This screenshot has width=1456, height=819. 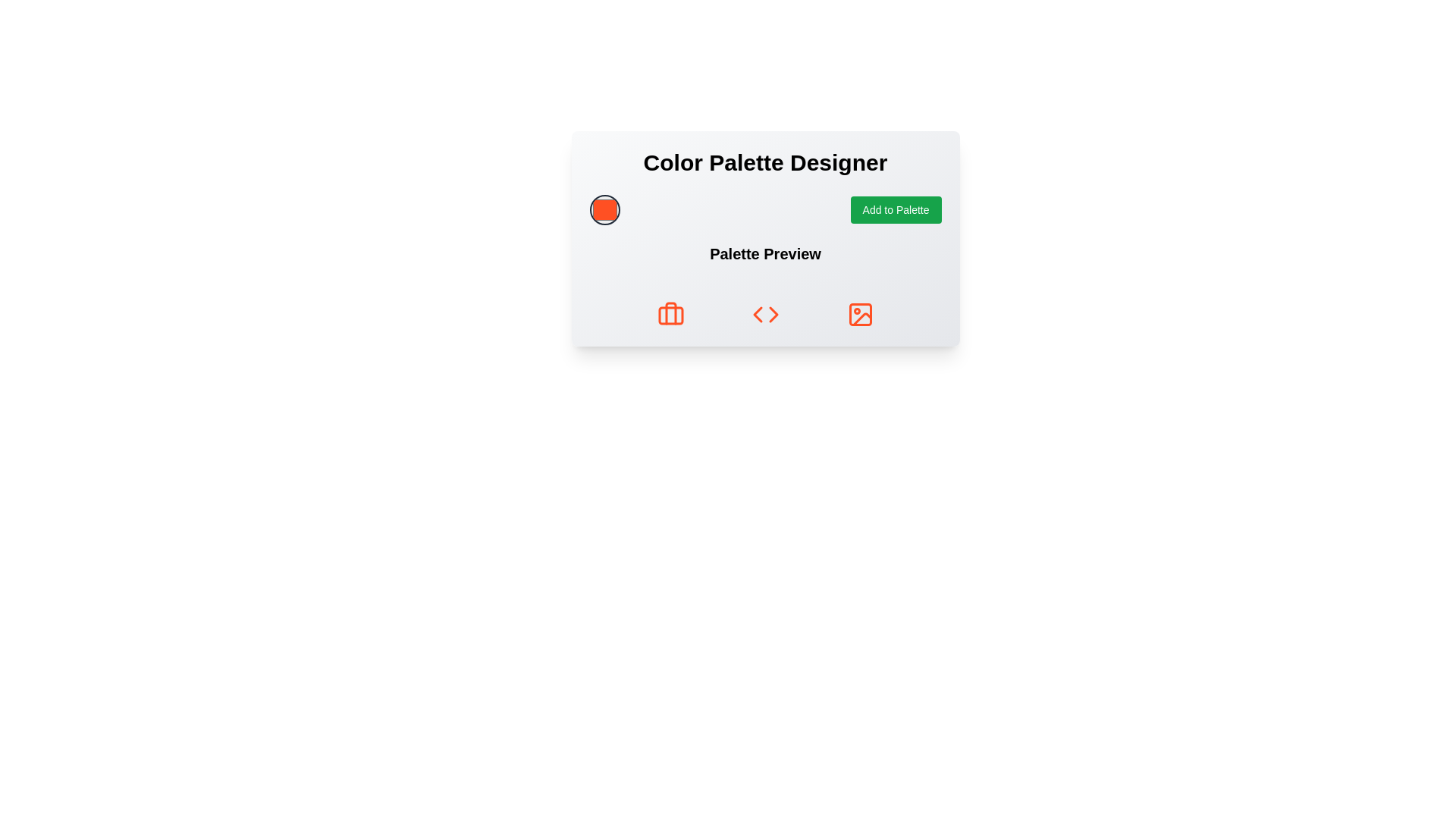 I want to click on the vertical rectangular icon representing a handle or bar within the briefcase icon, located at the top center portion of the briefcase's outline, so click(x=670, y=312).